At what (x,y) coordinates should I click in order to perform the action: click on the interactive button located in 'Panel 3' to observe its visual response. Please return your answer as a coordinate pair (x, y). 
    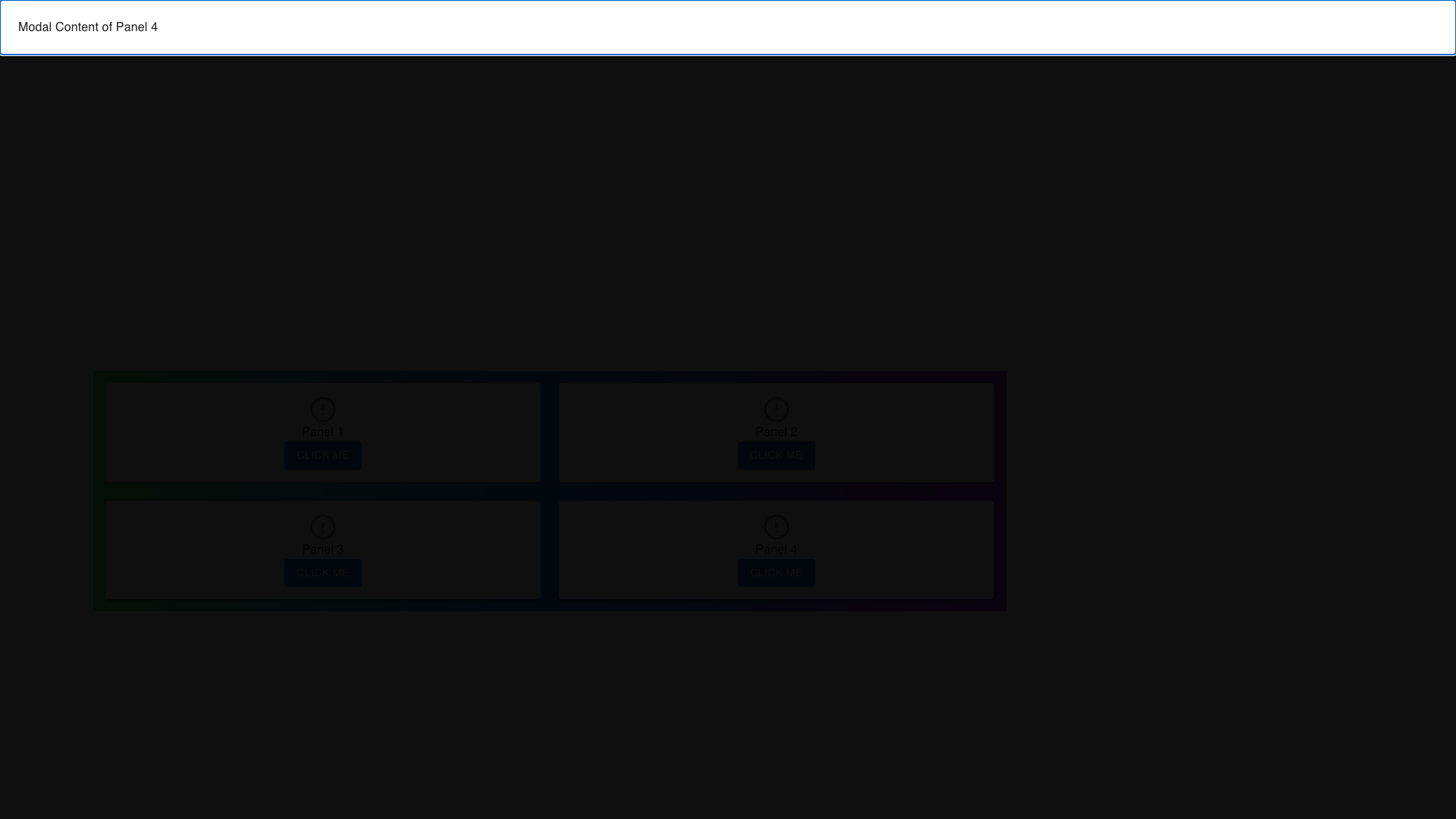
    Looking at the image, I should click on (322, 572).